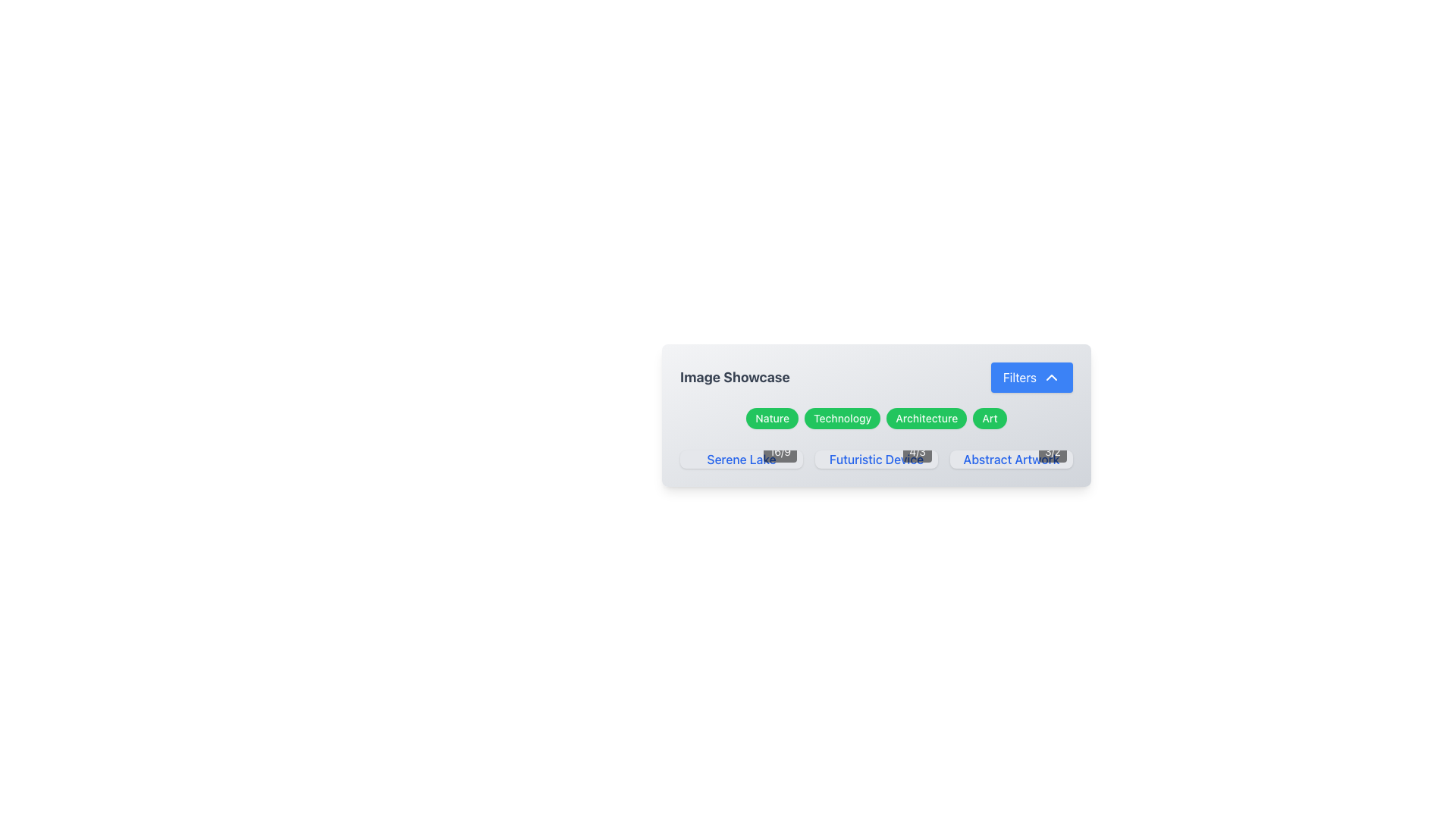  Describe the element at coordinates (772, 418) in the screenshot. I see `the green pill-shaped button labeled 'Nature'` at that location.